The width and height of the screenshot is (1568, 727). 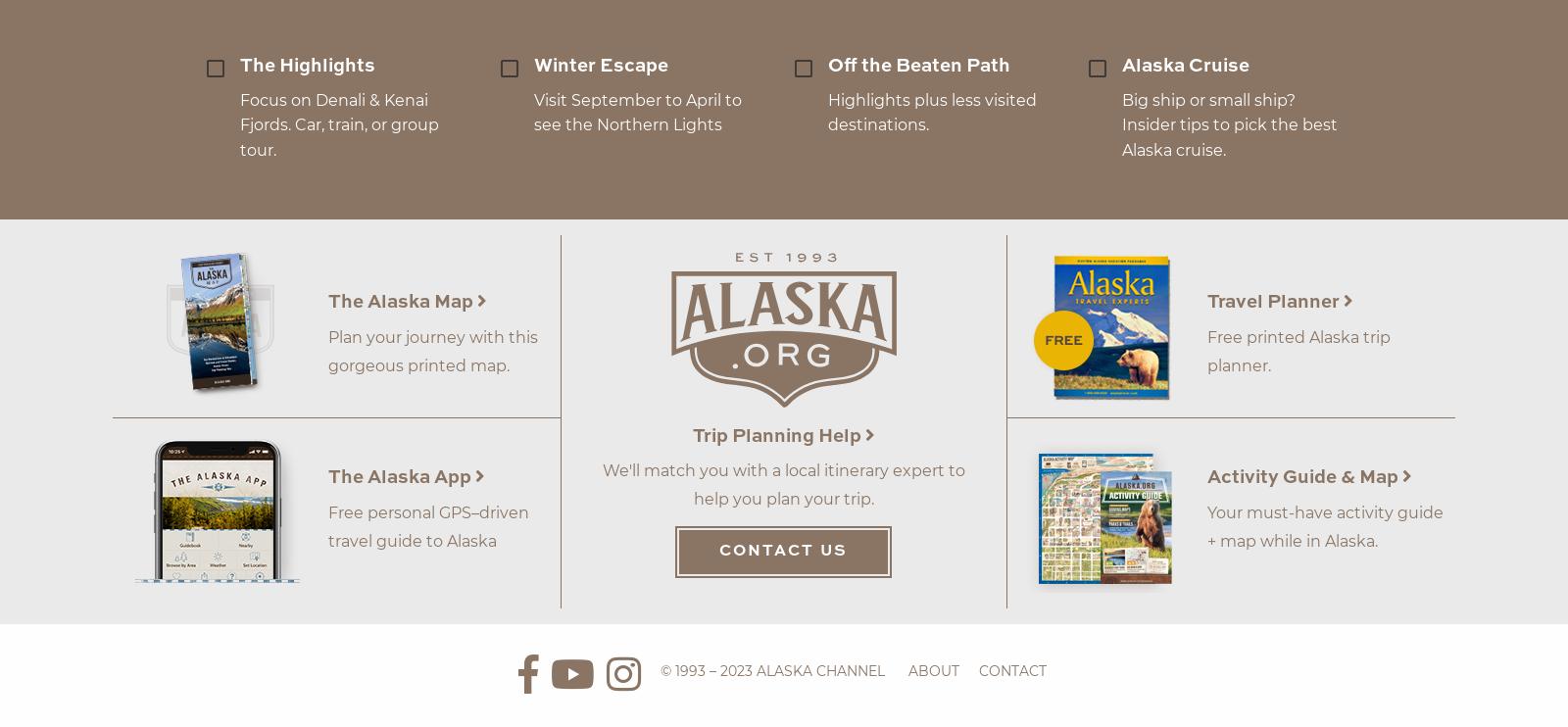 What do you see at coordinates (1121, 65) in the screenshot?
I see `'Alaska Cruise'` at bounding box center [1121, 65].